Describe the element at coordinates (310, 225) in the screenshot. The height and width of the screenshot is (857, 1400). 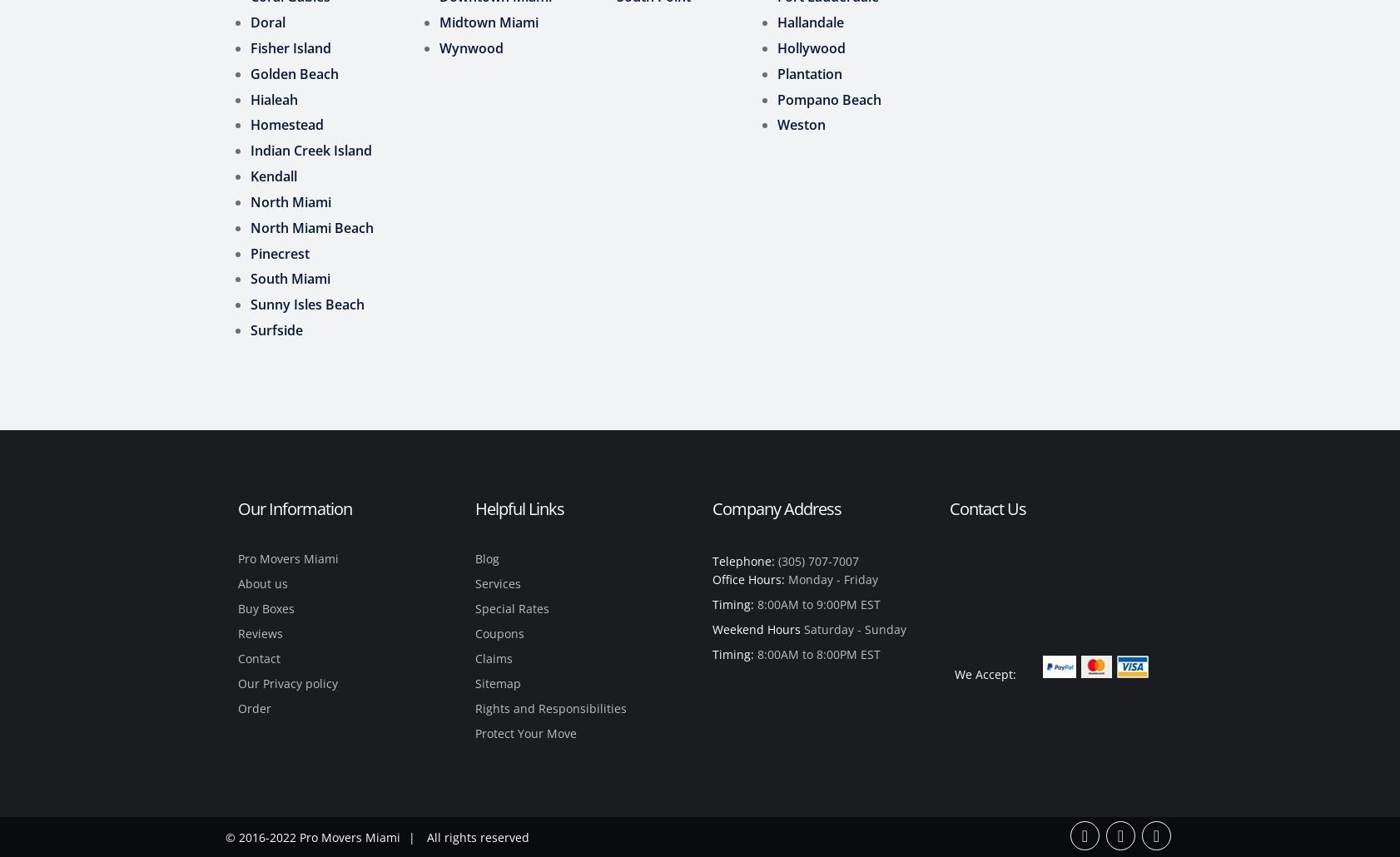
I see `'North Miami Beach'` at that location.